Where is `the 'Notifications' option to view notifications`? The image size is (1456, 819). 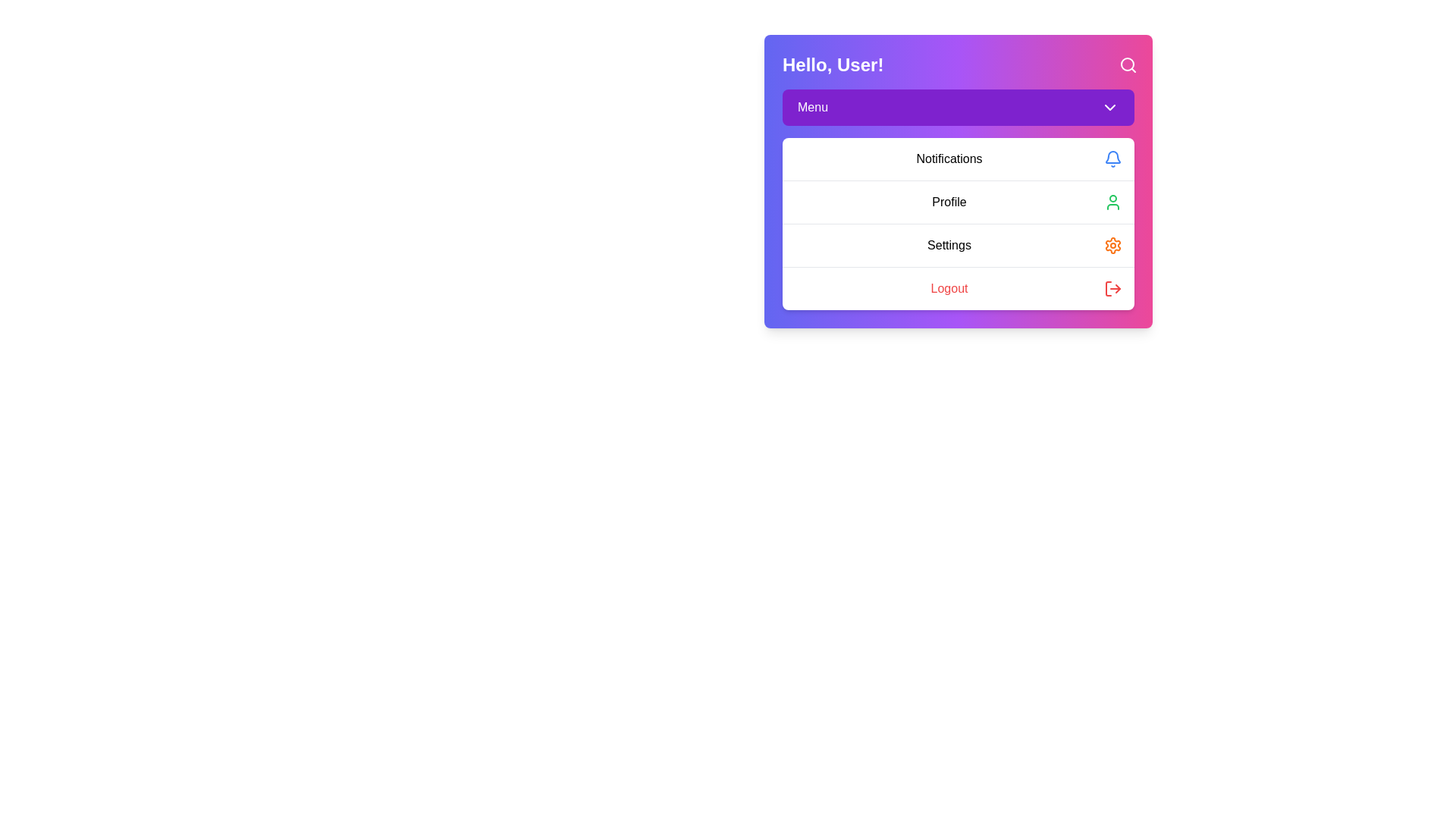 the 'Notifications' option to view notifications is located at coordinates (957, 158).